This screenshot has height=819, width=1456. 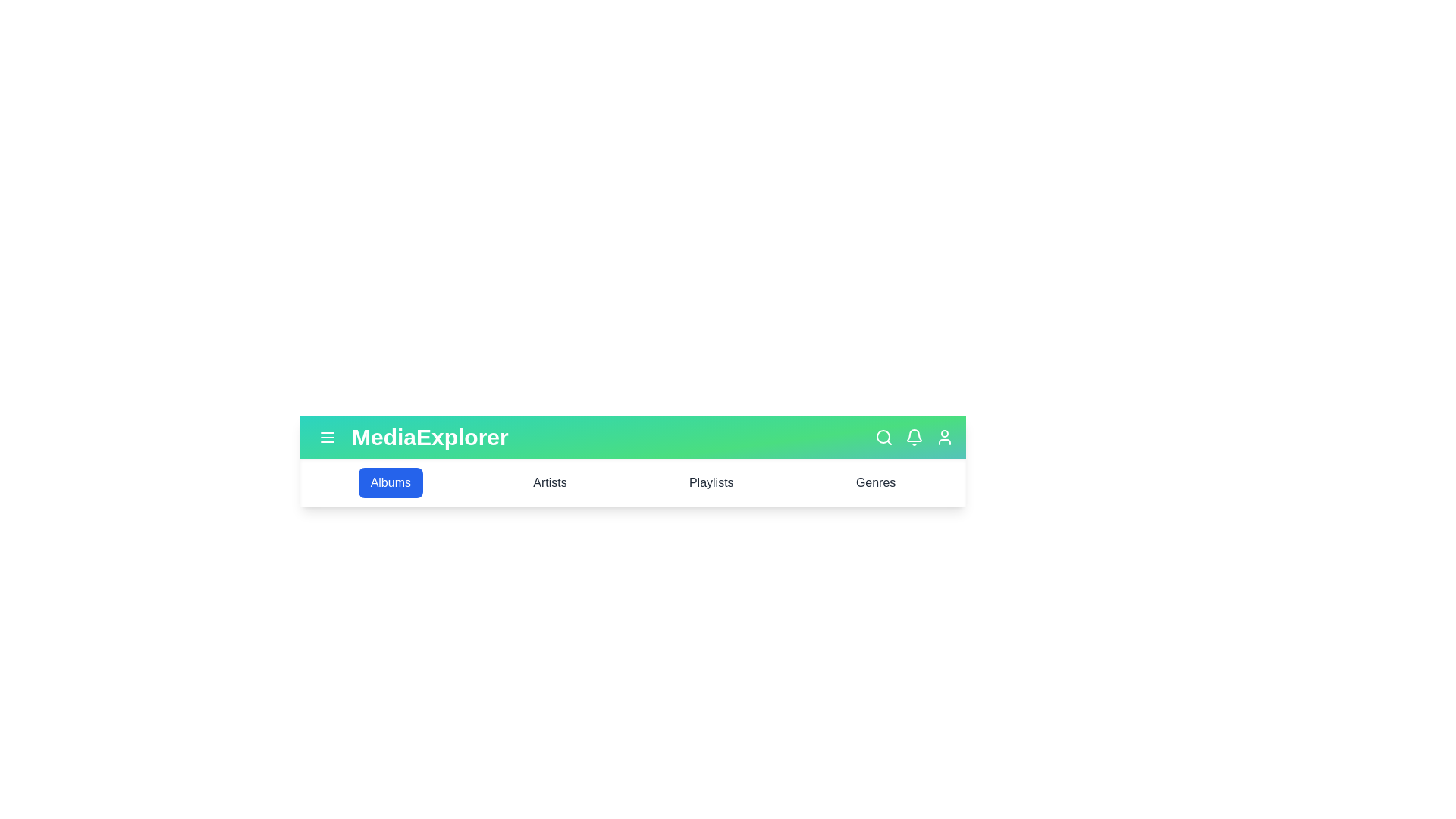 What do you see at coordinates (548, 482) in the screenshot?
I see `the Artists tab in the MultimediaAppBar` at bounding box center [548, 482].